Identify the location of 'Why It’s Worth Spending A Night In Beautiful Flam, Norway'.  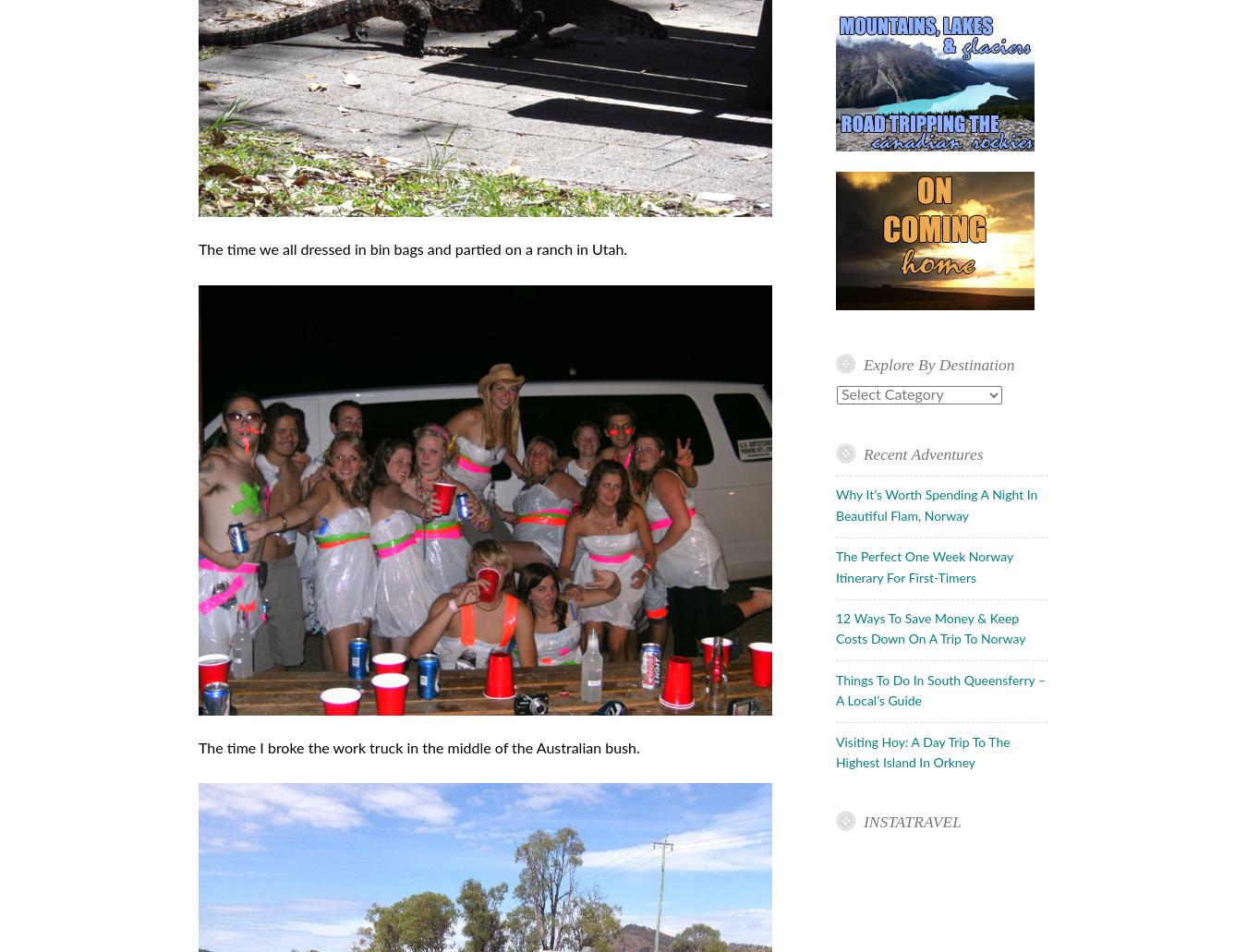
(936, 504).